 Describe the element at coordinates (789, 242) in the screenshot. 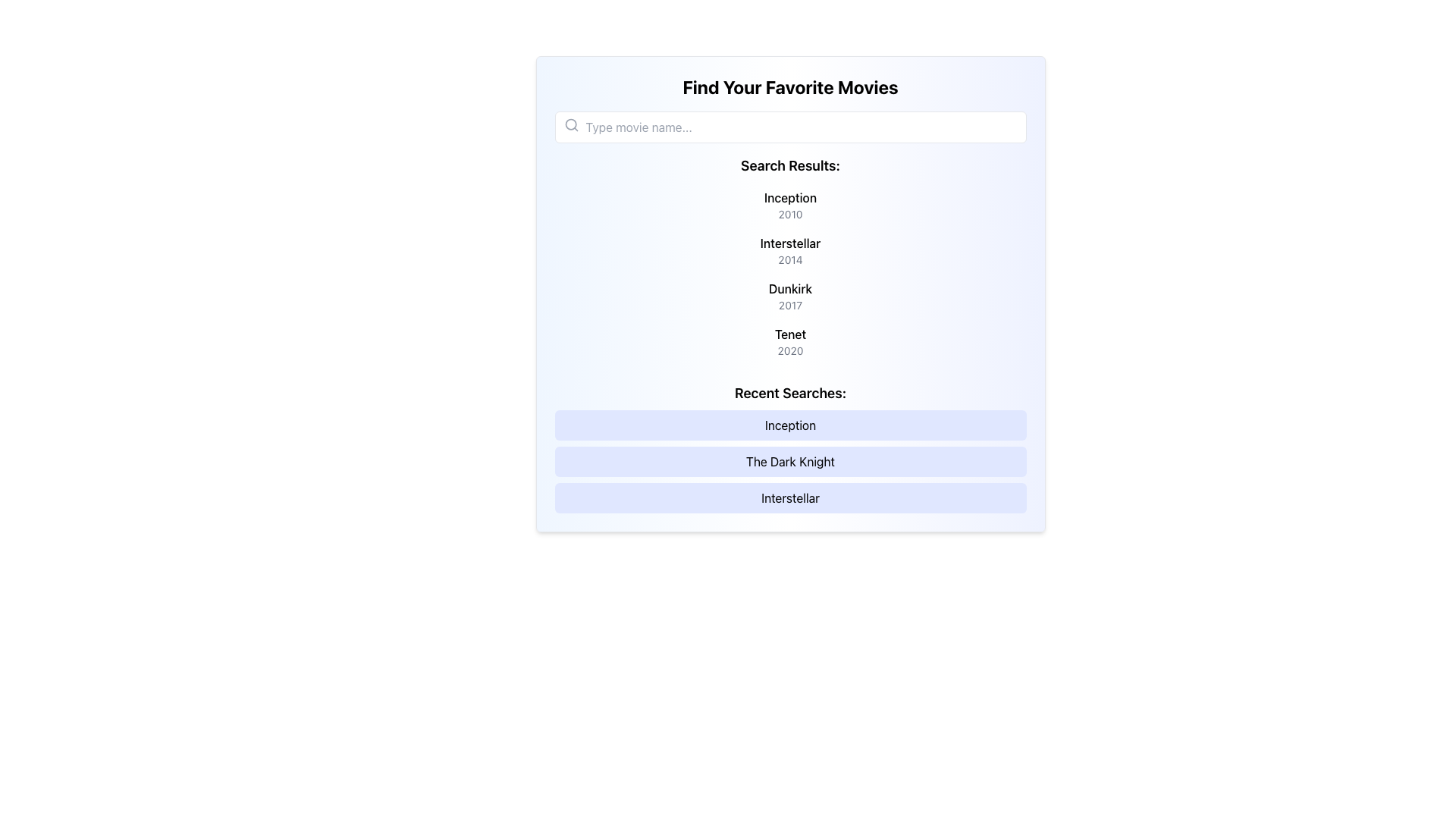

I see `the text label displaying the movie name, which is positioned above the release year label '2014' in the search result entry` at that location.